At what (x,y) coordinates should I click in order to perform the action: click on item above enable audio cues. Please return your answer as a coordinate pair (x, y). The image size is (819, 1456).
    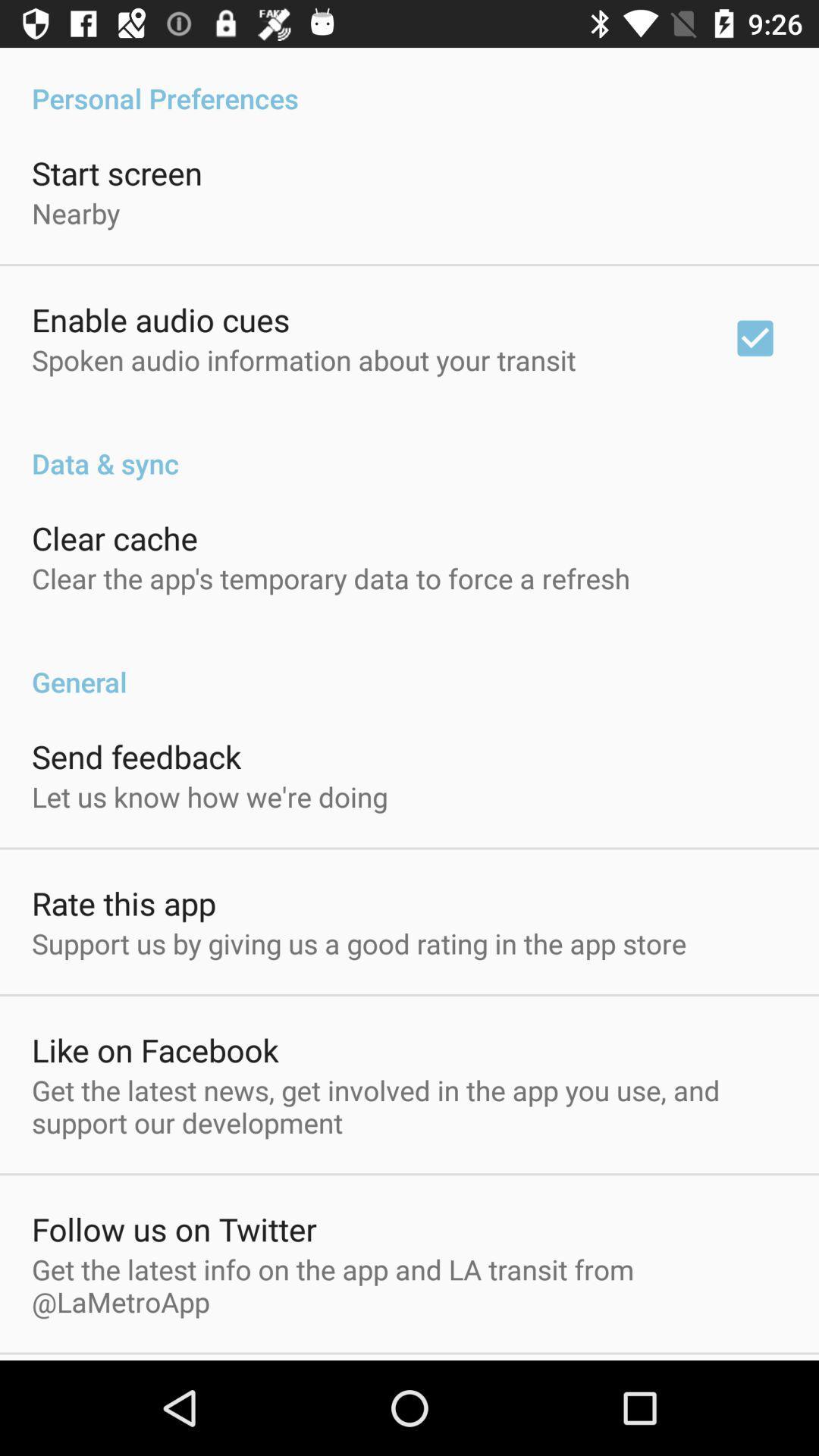
    Looking at the image, I should click on (76, 212).